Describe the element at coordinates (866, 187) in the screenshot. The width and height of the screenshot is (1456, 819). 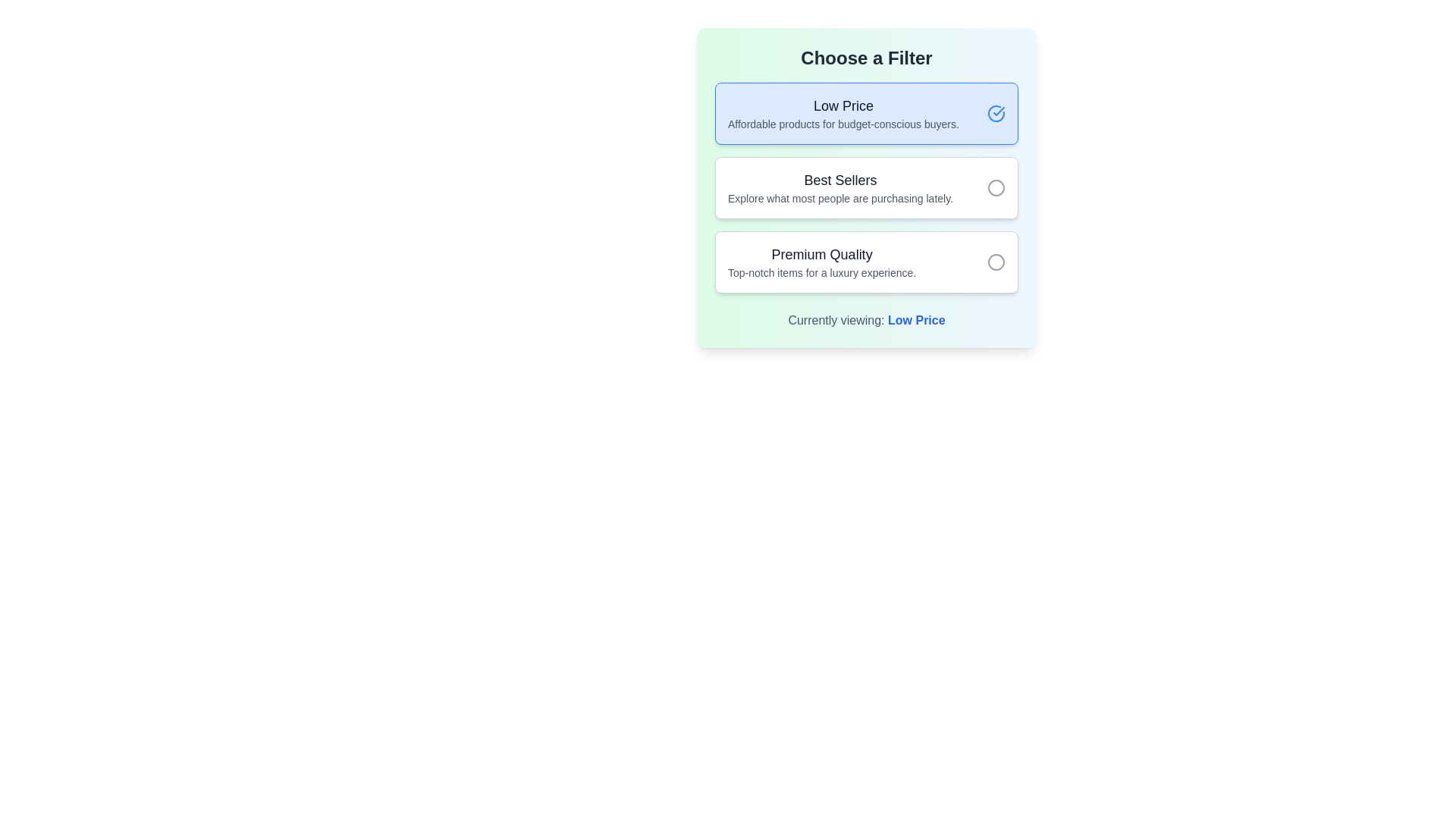
I see `the 'Best Sellers' selectable list item located between 'Low Price' and 'Premium Quality' in the 'Choose a Filter' panel` at that location.